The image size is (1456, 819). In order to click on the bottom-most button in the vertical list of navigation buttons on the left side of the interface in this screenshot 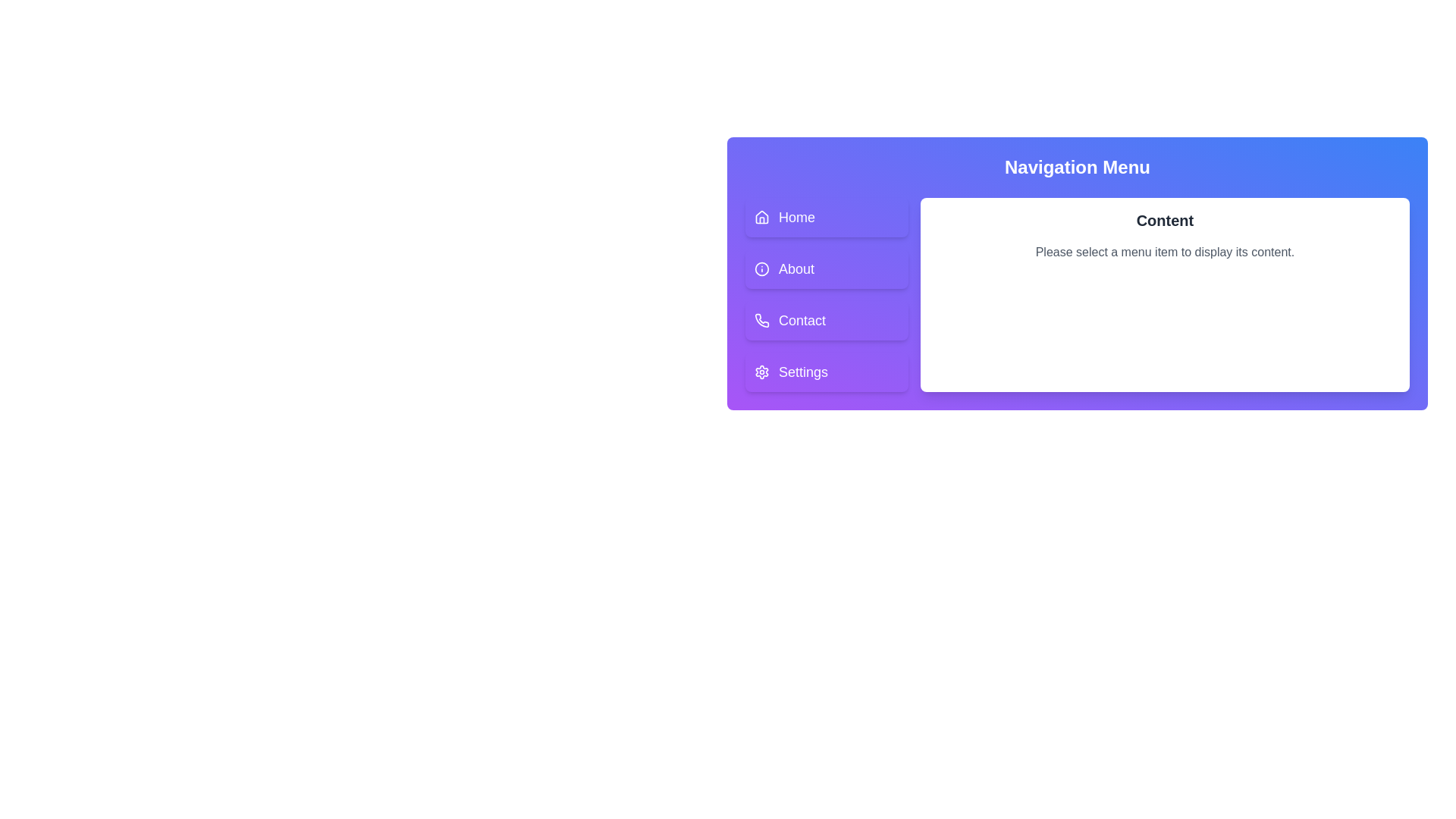, I will do `click(826, 372)`.